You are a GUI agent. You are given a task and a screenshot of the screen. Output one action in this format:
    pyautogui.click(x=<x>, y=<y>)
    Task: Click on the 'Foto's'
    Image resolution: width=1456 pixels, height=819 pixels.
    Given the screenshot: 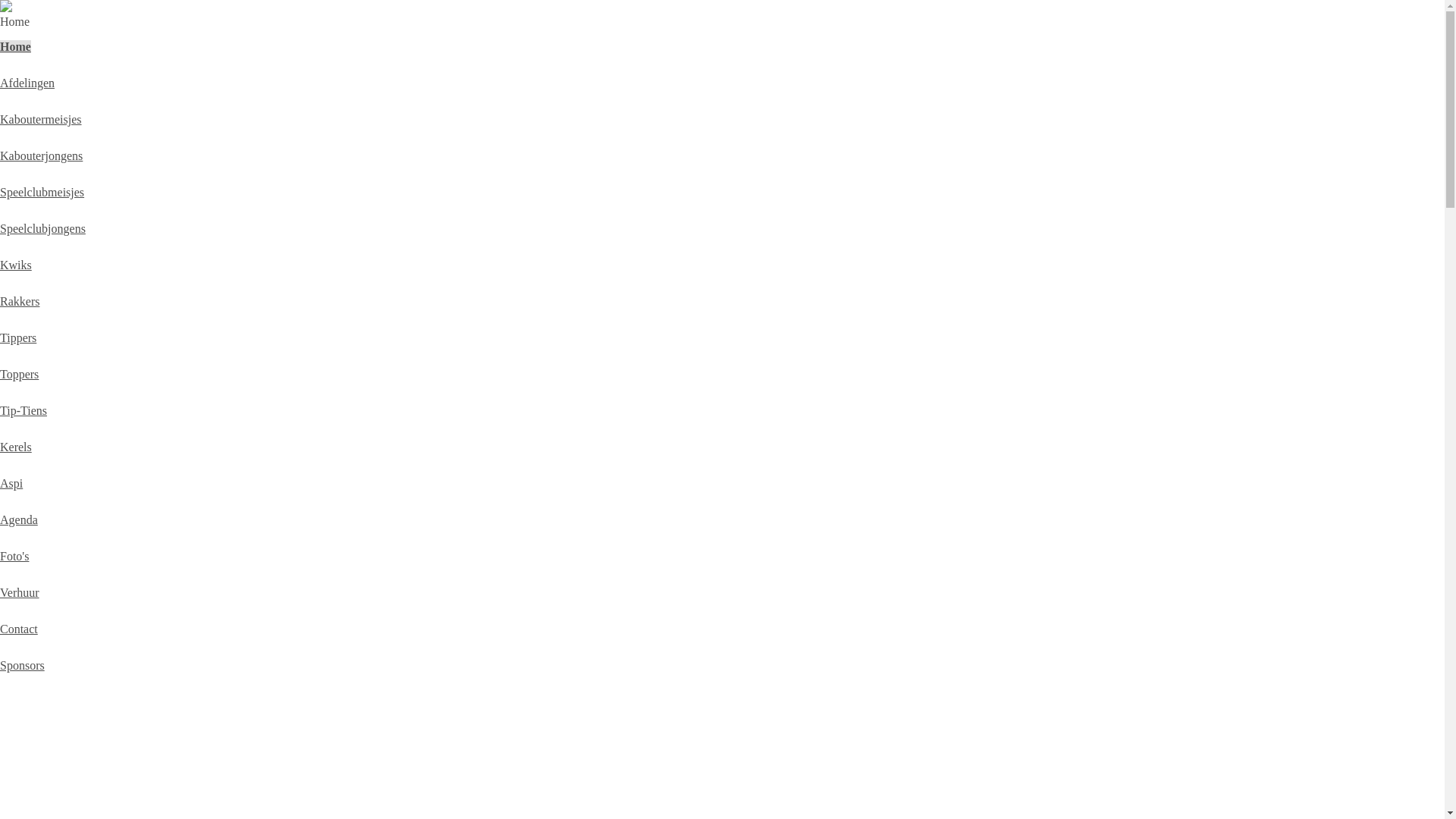 What is the action you would take?
    pyautogui.click(x=14, y=556)
    